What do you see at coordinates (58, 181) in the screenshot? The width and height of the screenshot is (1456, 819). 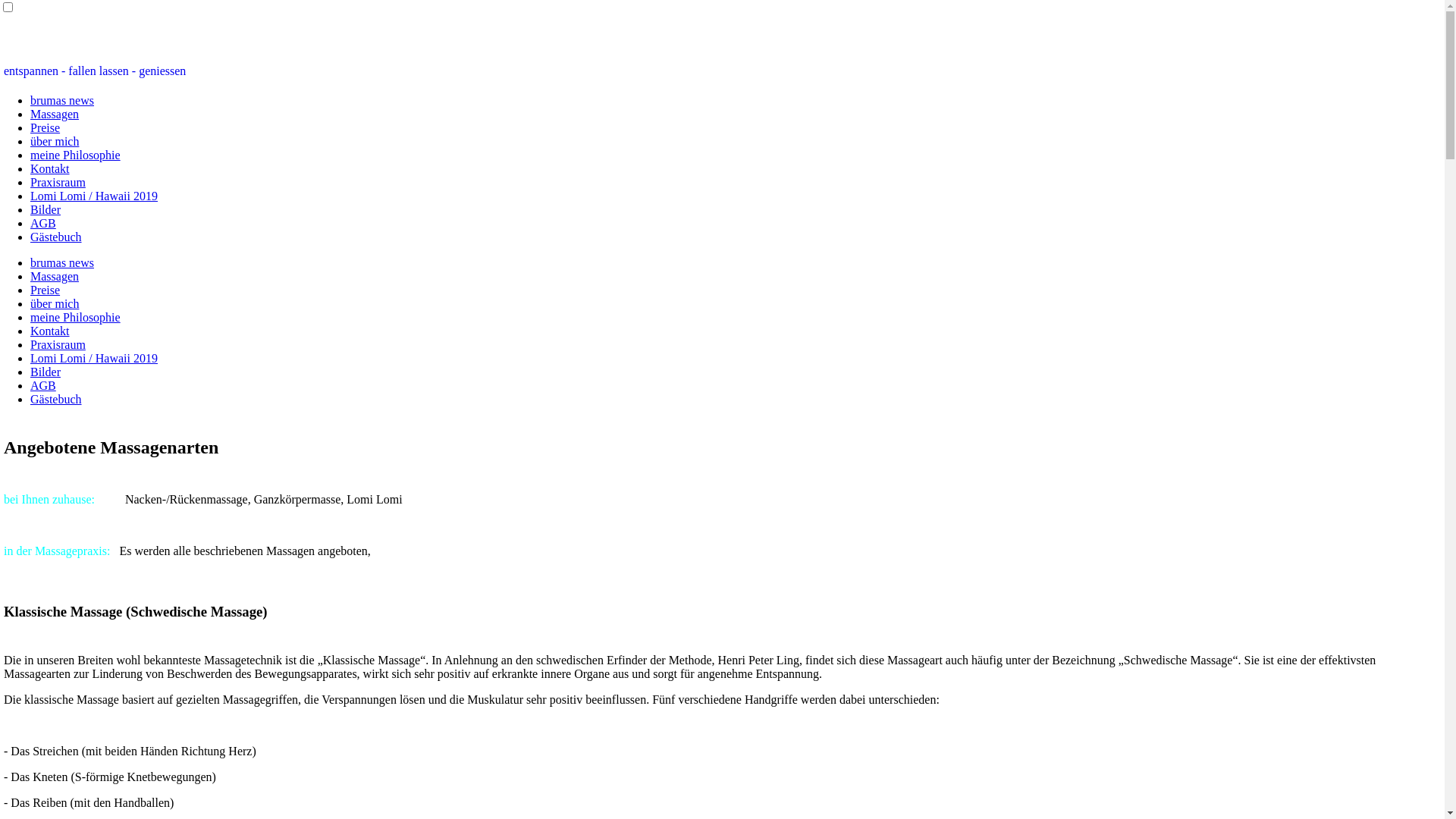 I see `'Praxisraum'` at bounding box center [58, 181].